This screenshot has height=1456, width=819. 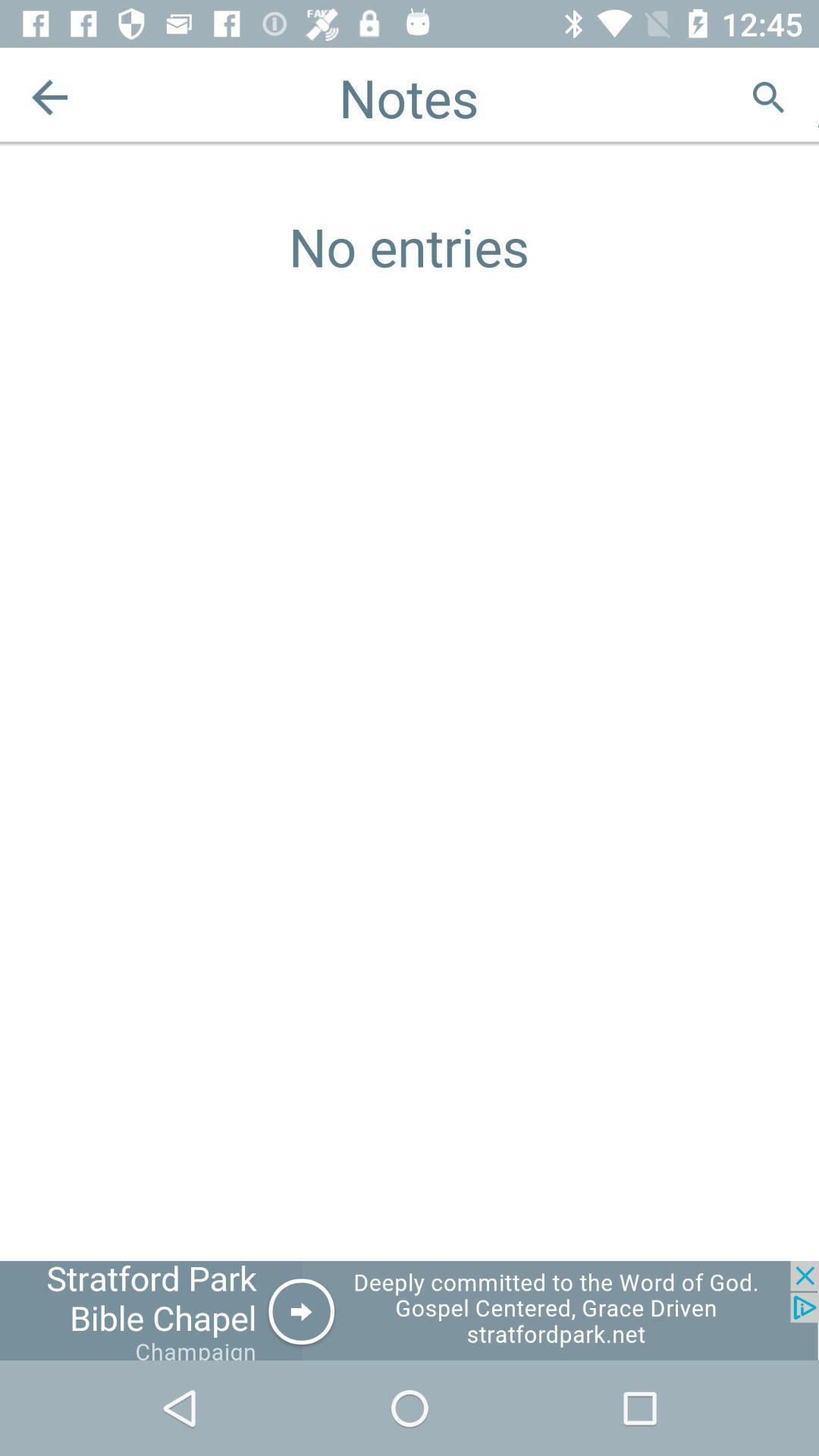 What do you see at coordinates (768, 96) in the screenshot?
I see `the search icon` at bounding box center [768, 96].